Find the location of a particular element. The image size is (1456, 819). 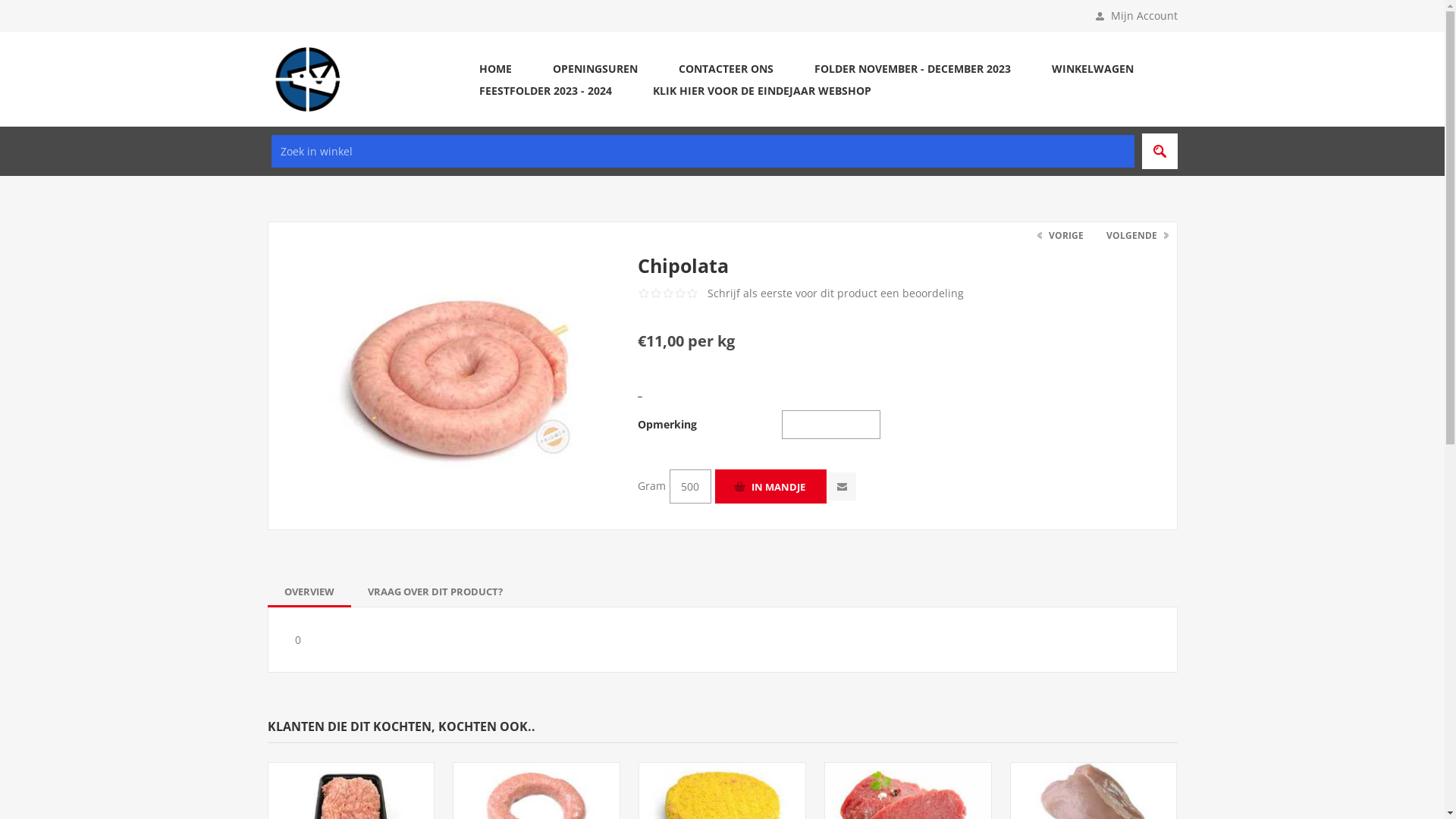

'Schrijf als eerste voor dit product een beoordeling' is located at coordinates (835, 293).